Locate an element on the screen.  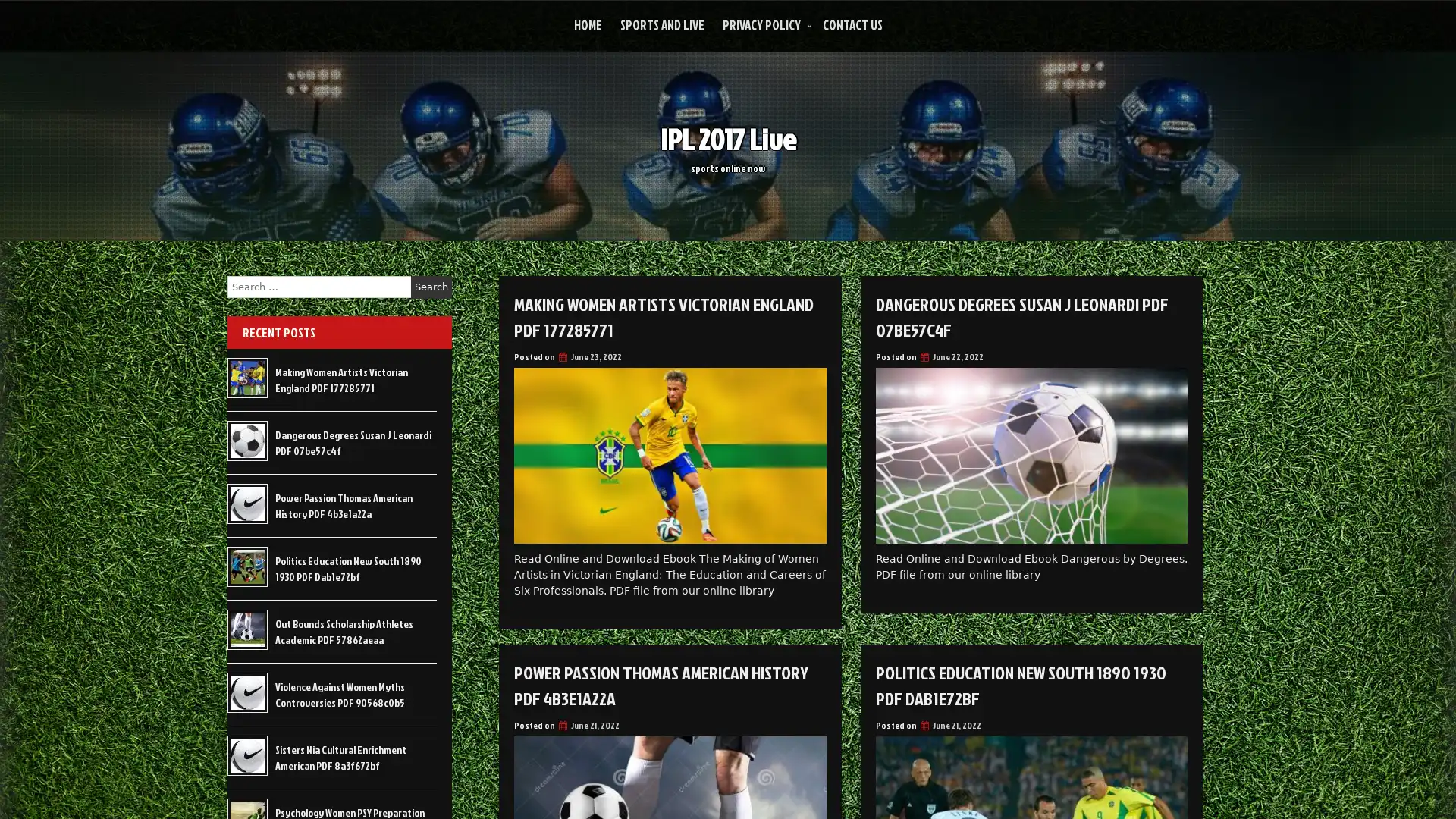
Search is located at coordinates (431, 287).